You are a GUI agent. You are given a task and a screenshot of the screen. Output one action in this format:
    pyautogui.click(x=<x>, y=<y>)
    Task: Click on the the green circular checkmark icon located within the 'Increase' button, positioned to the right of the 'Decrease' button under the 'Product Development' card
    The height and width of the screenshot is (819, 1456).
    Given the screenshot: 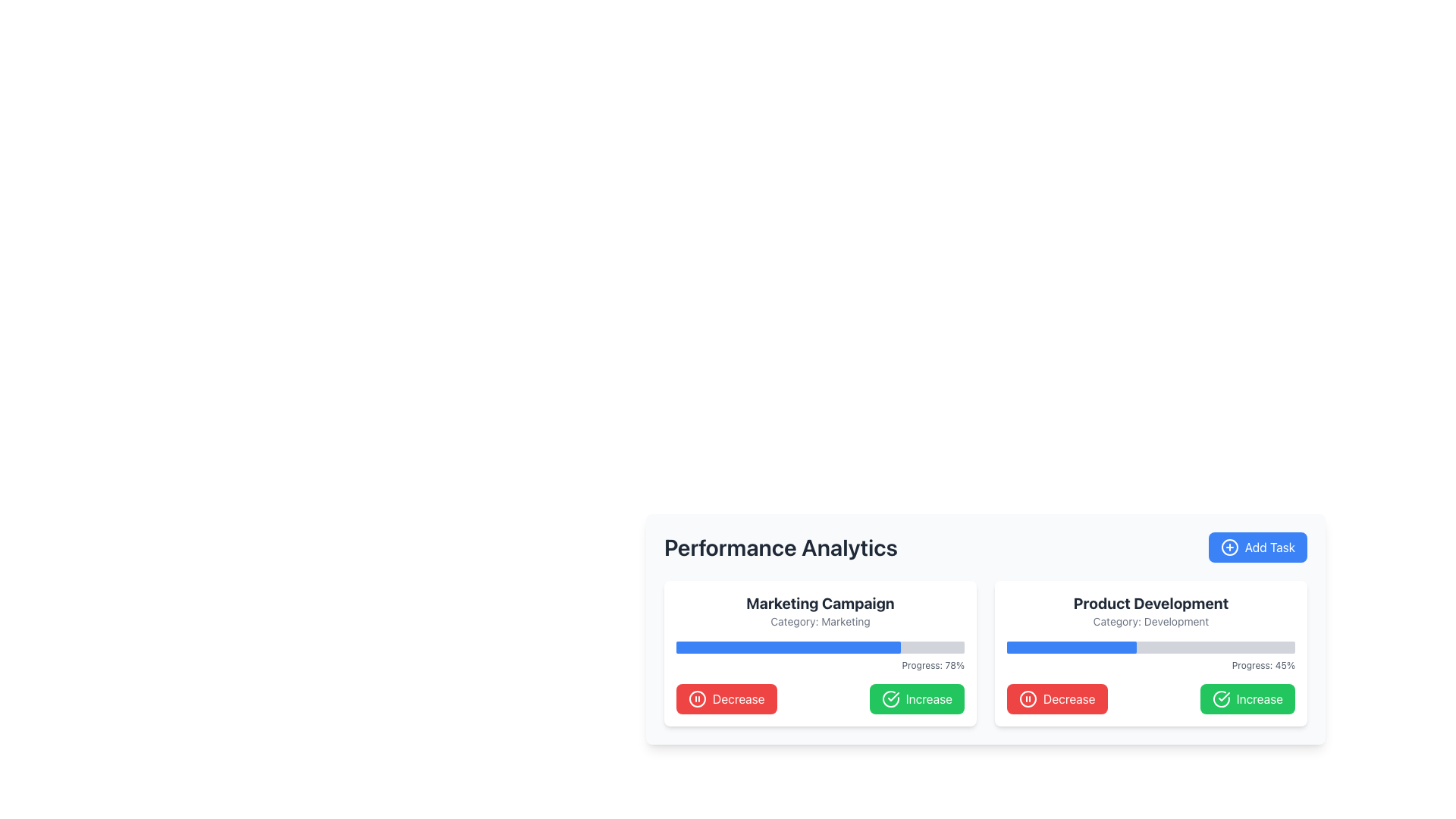 What is the action you would take?
    pyautogui.click(x=1220, y=698)
    